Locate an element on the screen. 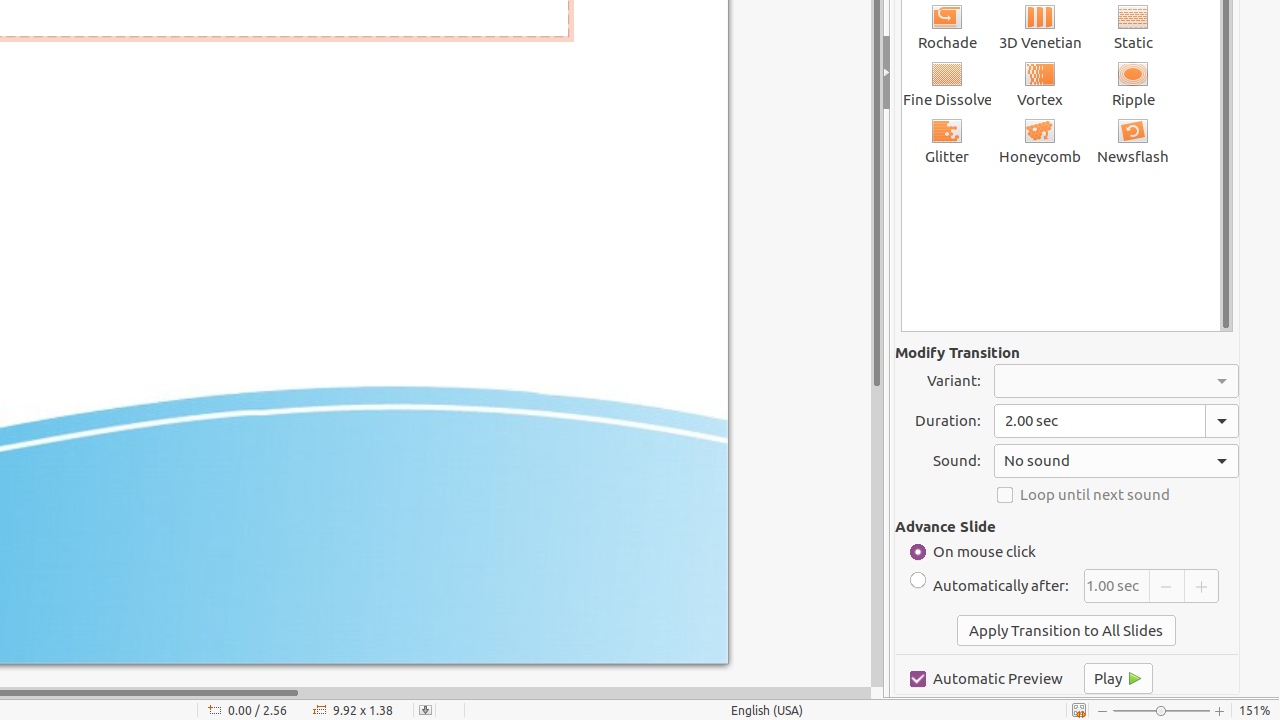 The image size is (1280, 720). 'Automatic Preview' is located at coordinates (986, 677).